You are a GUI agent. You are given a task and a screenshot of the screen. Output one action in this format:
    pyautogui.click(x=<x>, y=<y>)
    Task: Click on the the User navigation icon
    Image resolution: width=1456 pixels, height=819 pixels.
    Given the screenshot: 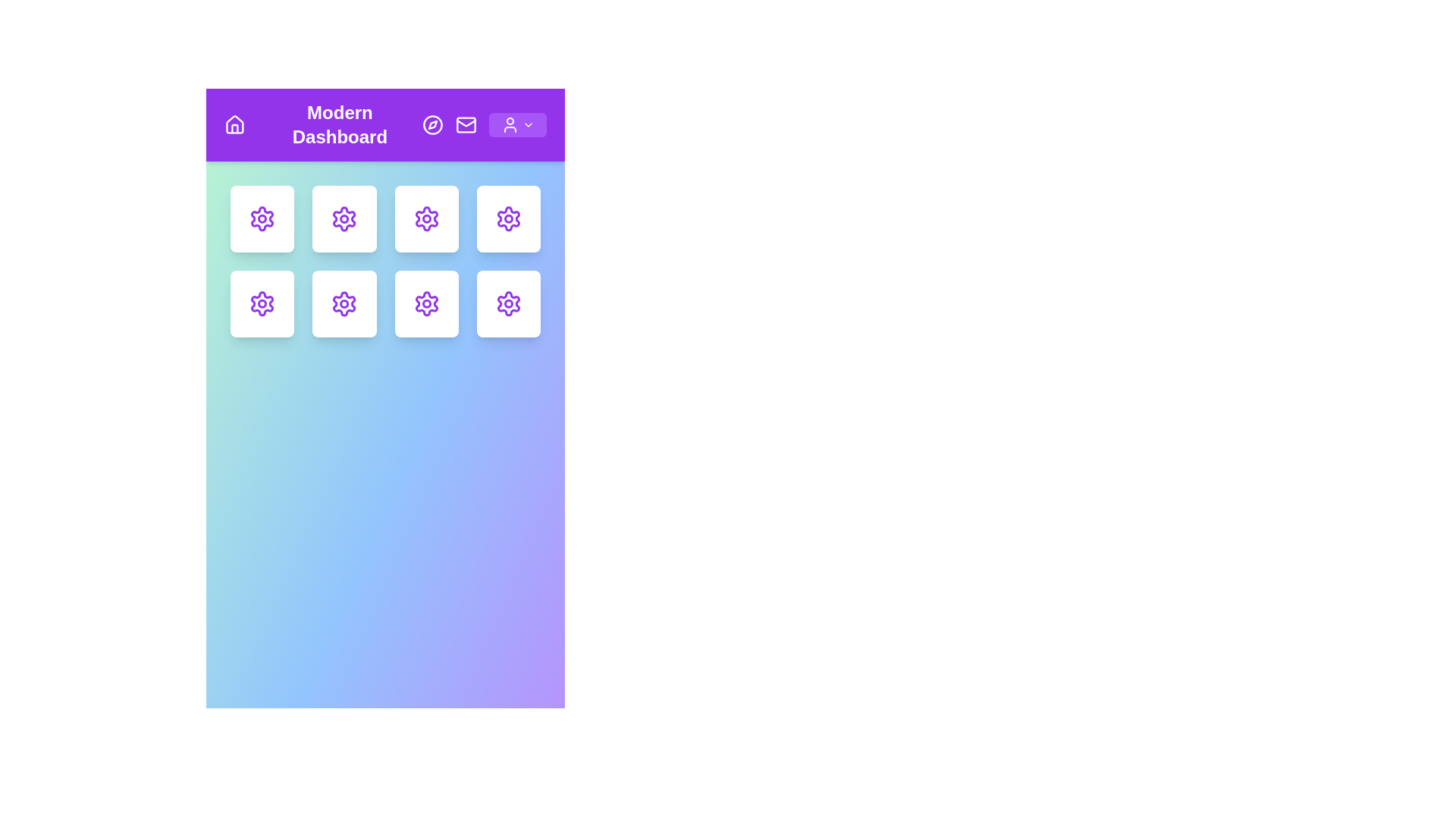 What is the action you would take?
    pyautogui.click(x=510, y=124)
    